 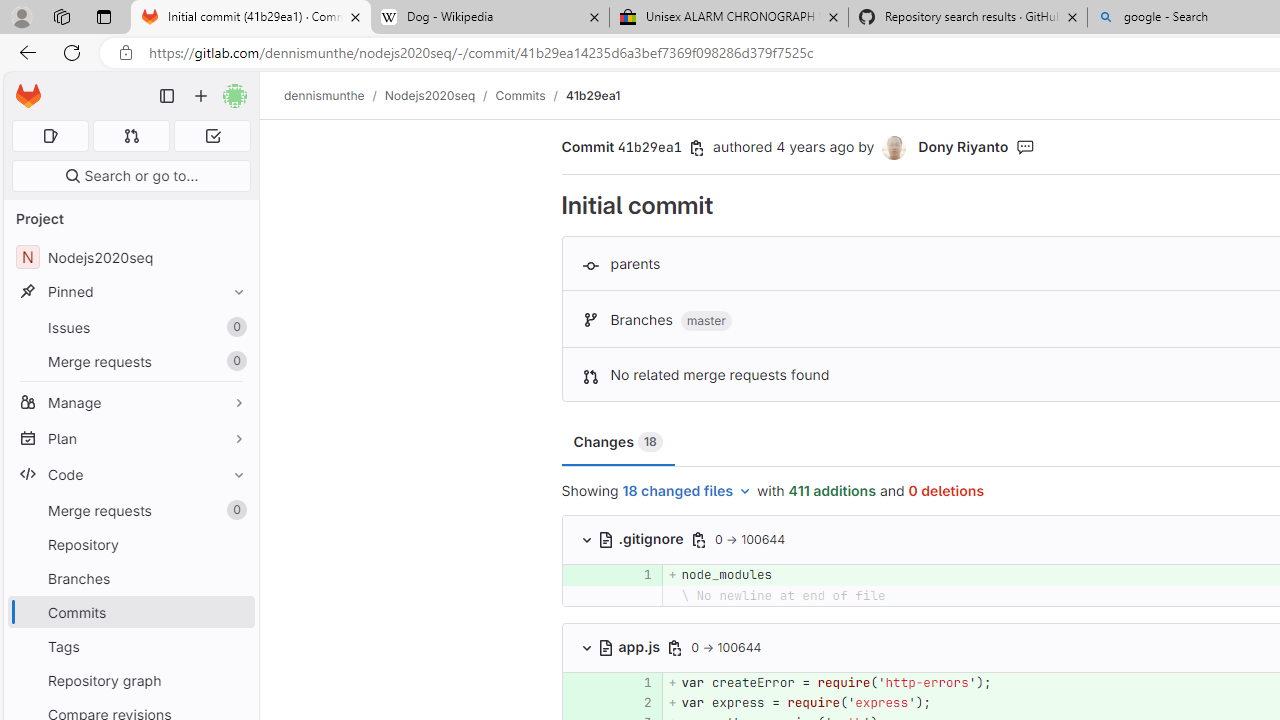 I want to click on 'Merge requests0', so click(x=130, y=509).